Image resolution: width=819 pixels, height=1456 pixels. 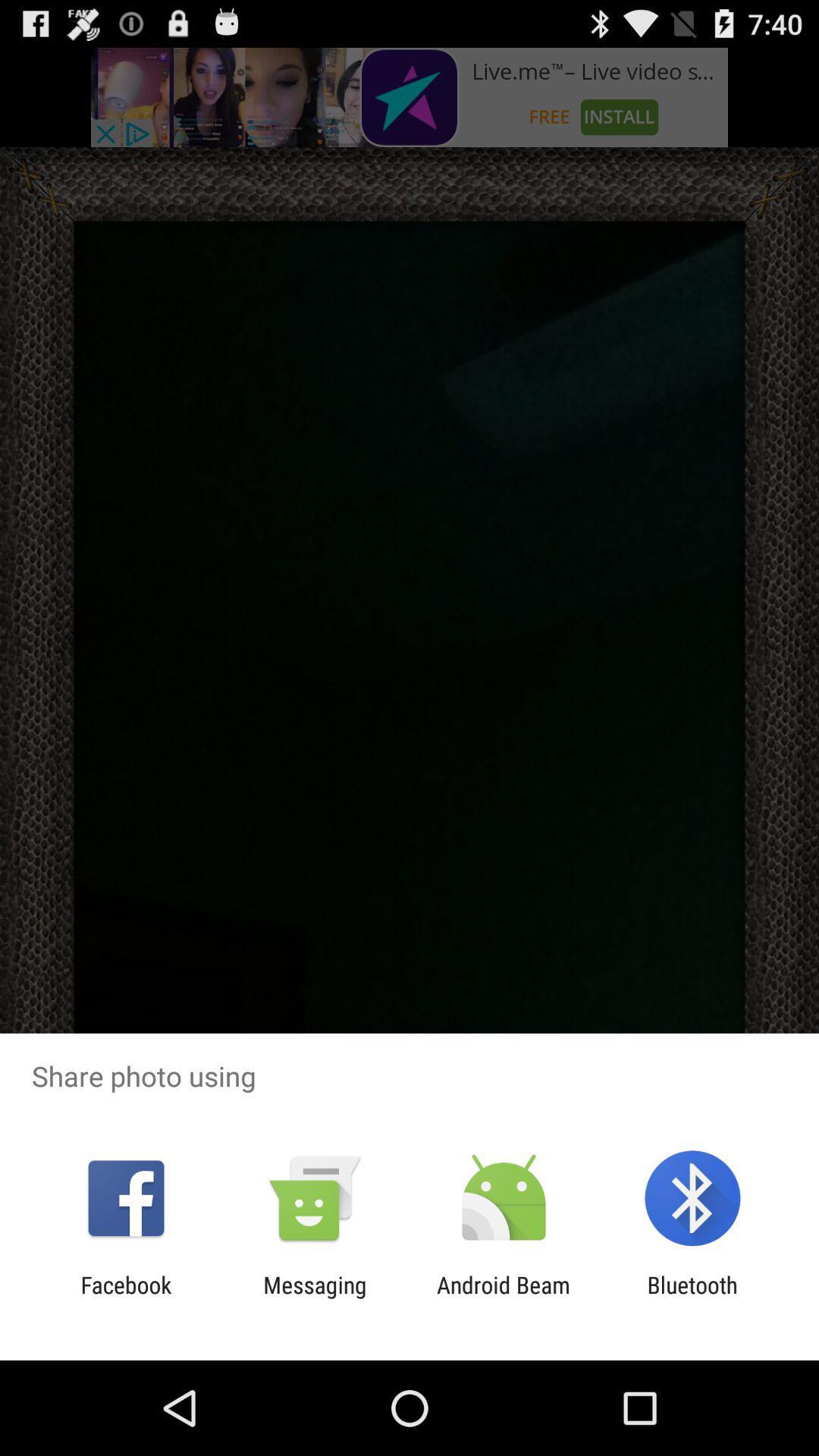 What do you see at coordinates (692, 1298) in the screenshot?
I see `bluetooth app` at bounding box center [692, 1298].